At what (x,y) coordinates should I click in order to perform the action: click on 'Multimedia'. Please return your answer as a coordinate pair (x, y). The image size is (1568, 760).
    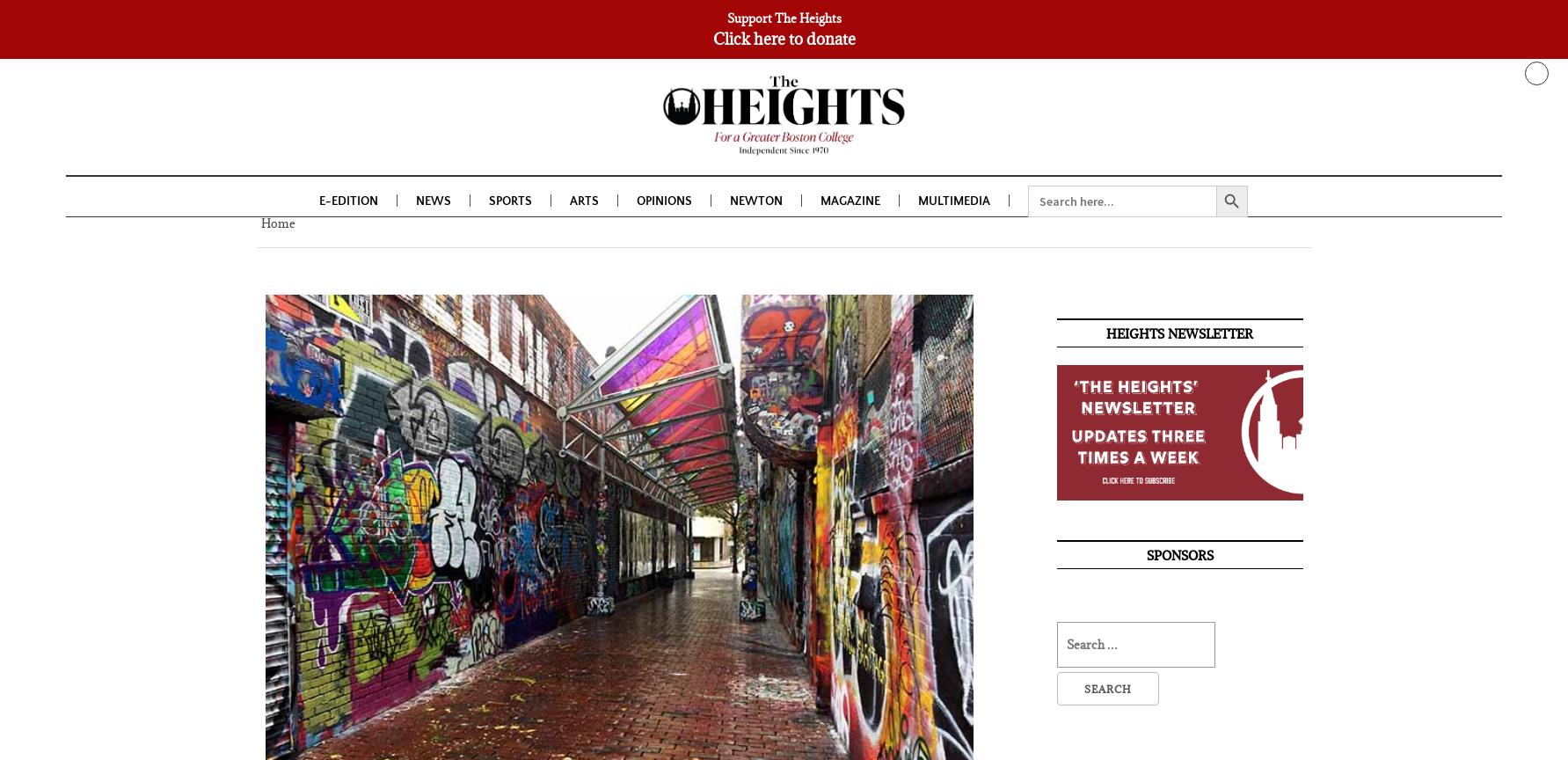
    Looking at the image, I should click on (953, 205).